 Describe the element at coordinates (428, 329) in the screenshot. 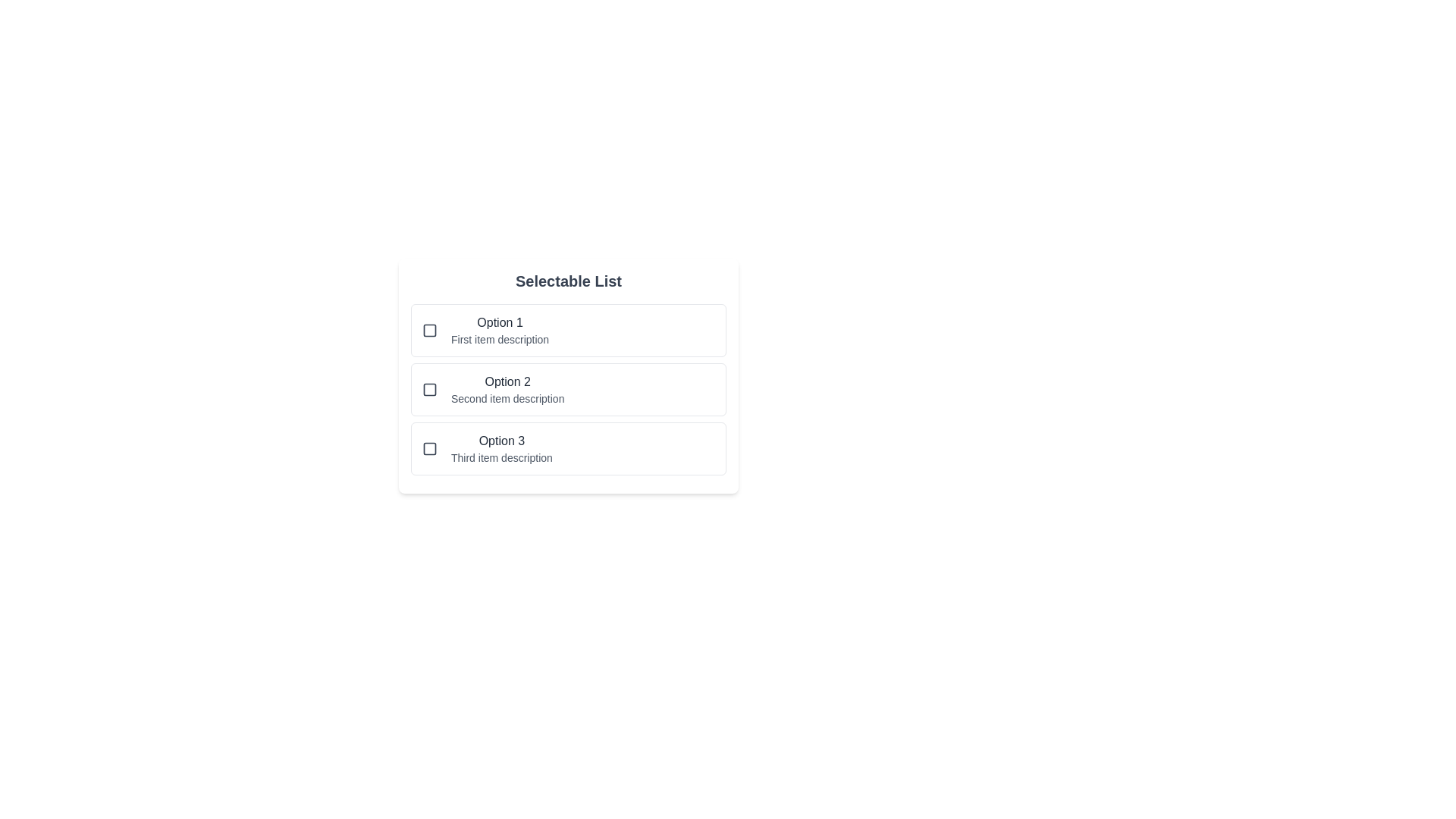

I see `the checkbox corresponding to 1 to toggle its selection state` at that location.